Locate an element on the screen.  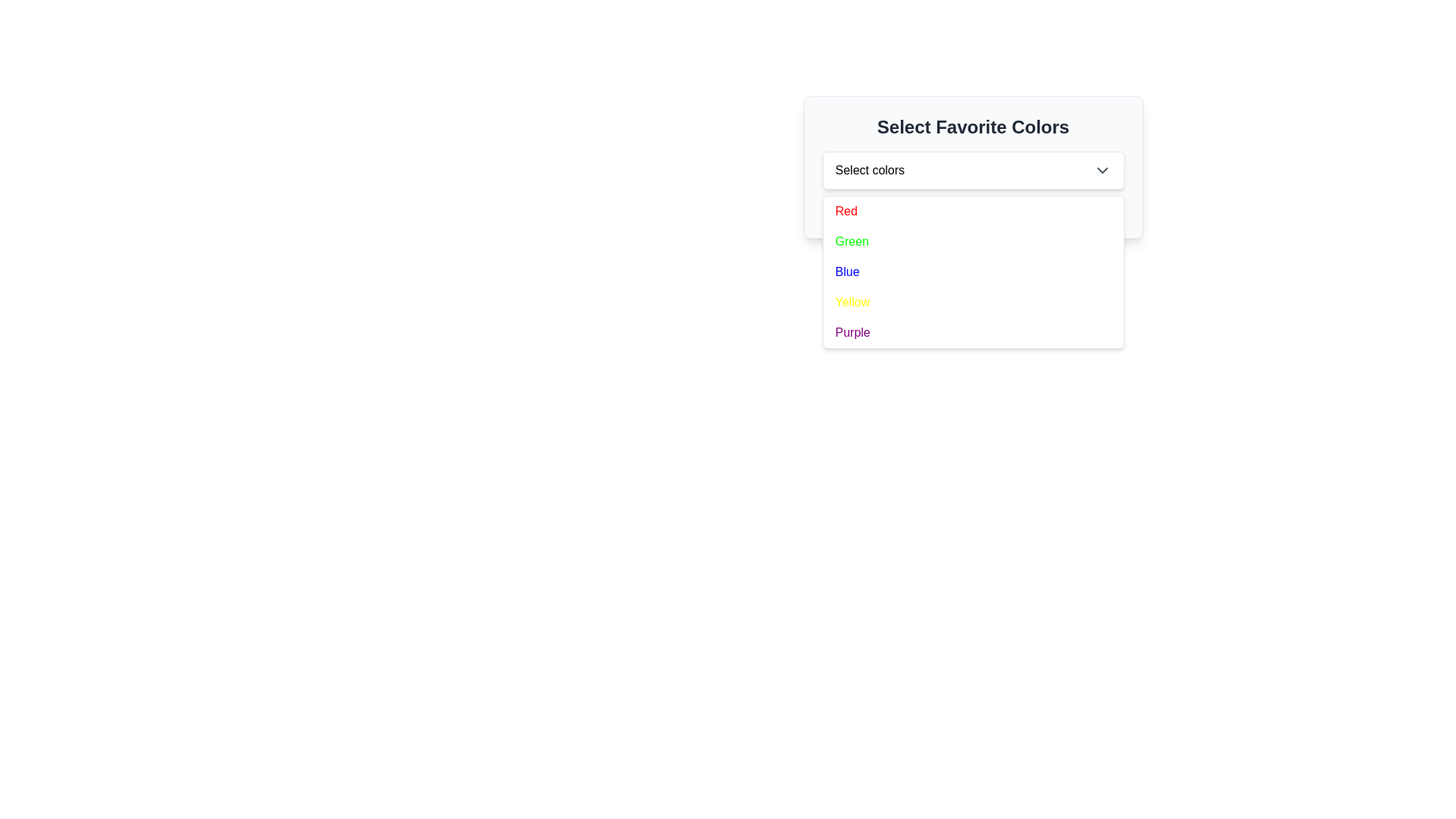
the 'Purple' option in the dropdown menu titled 'Select Favorite Colors' is located at coordinates (973, 332).